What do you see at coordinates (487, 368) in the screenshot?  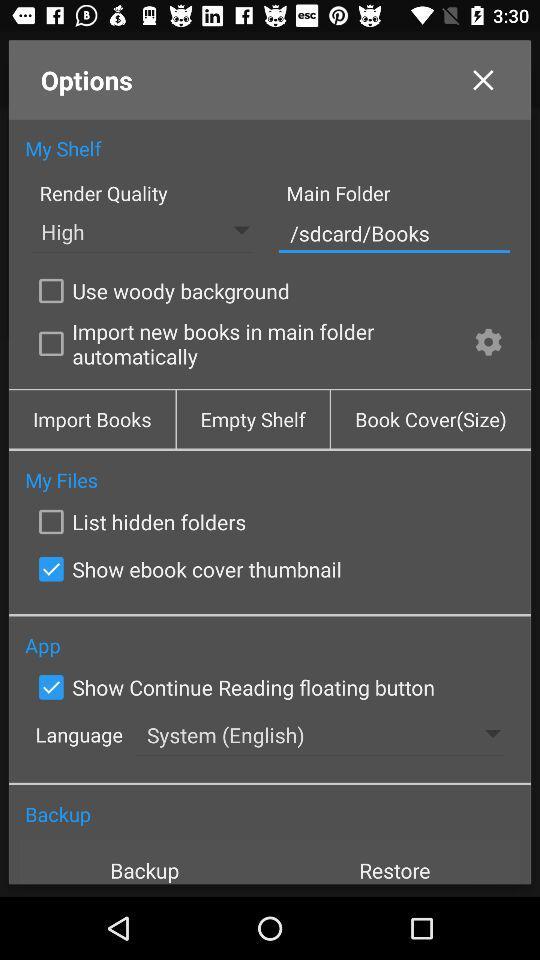 I see `the settings icon` at bounding box center [487, 368].